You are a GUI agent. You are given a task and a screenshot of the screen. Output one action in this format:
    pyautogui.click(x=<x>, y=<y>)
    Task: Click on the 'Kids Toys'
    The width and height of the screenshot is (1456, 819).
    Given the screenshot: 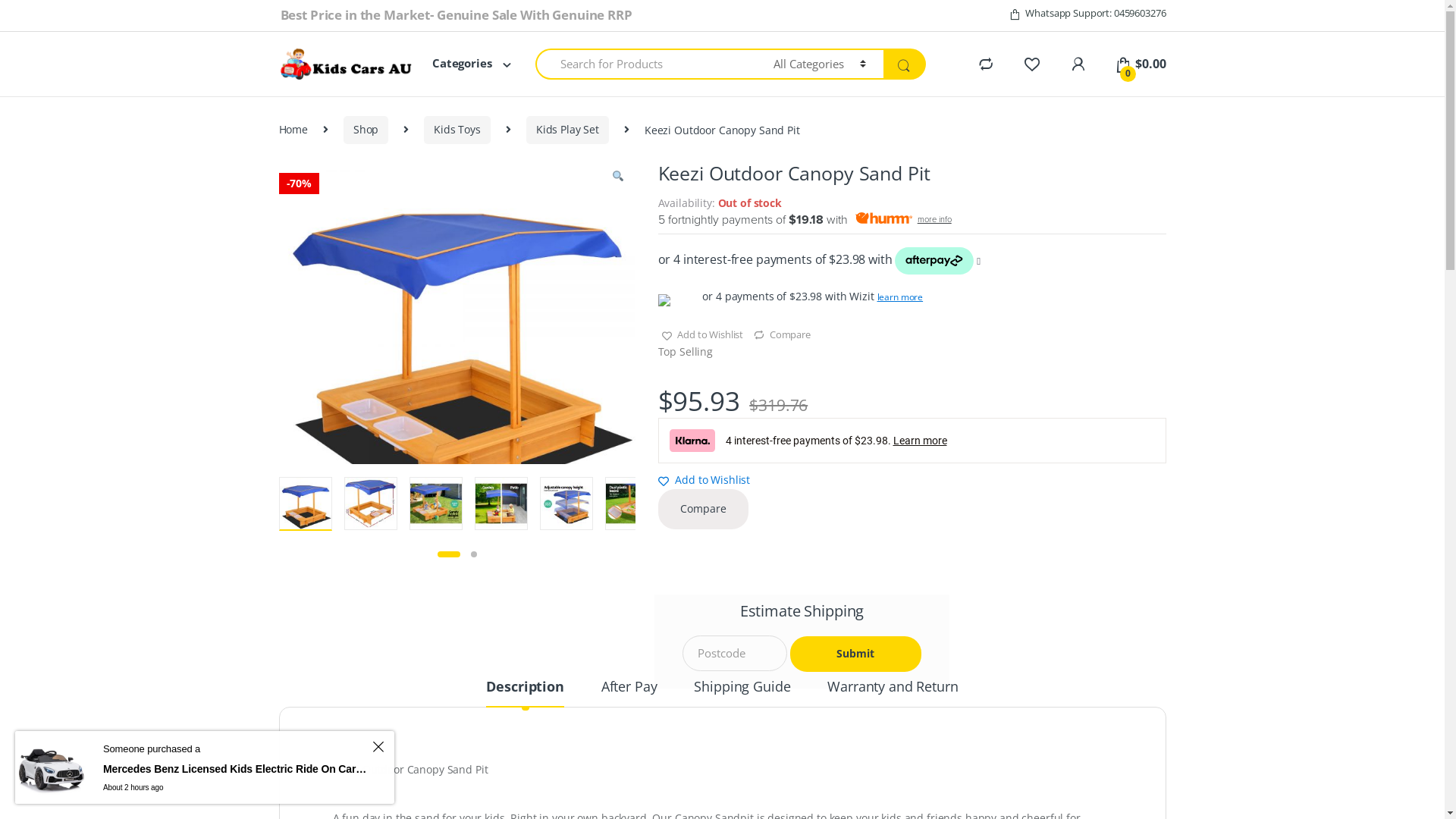 What is the action you would take?
    pyautogui.click(x=457, y=129)
    